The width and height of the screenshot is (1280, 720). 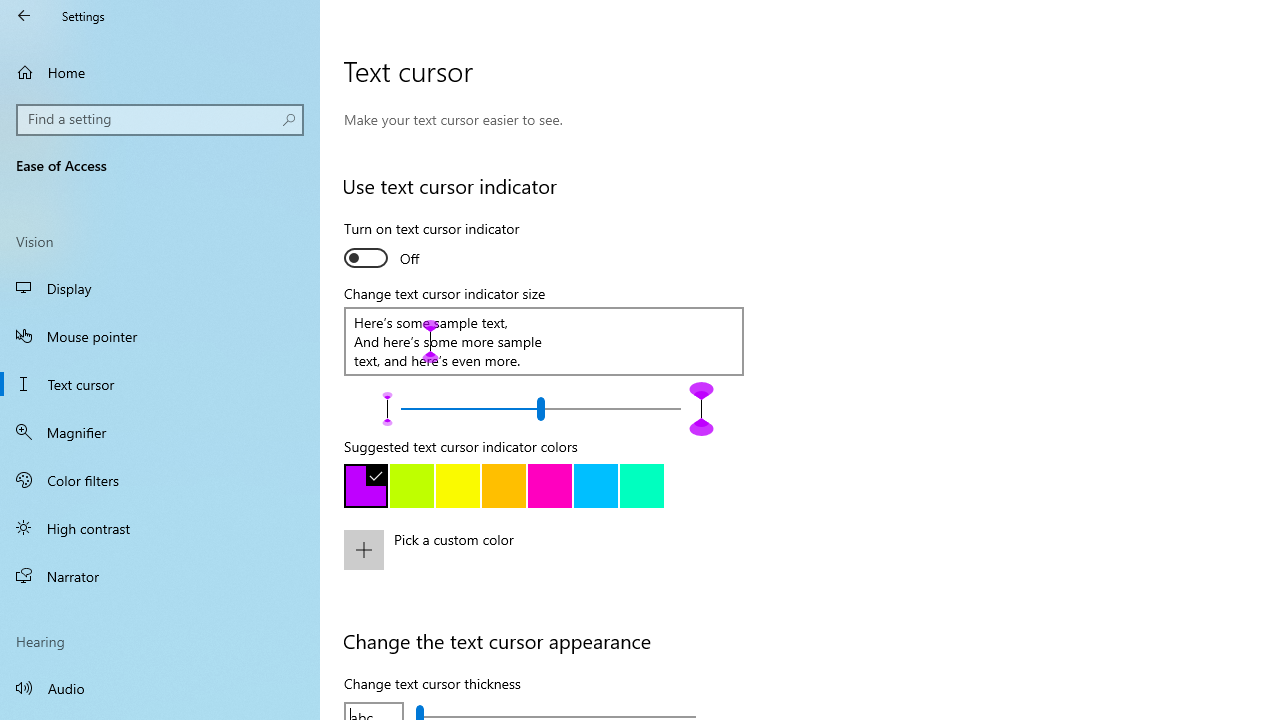 What do you see at coordinates (160, 288) in the screenshot?
I see `'Display'` at bounding box center [160, 288].